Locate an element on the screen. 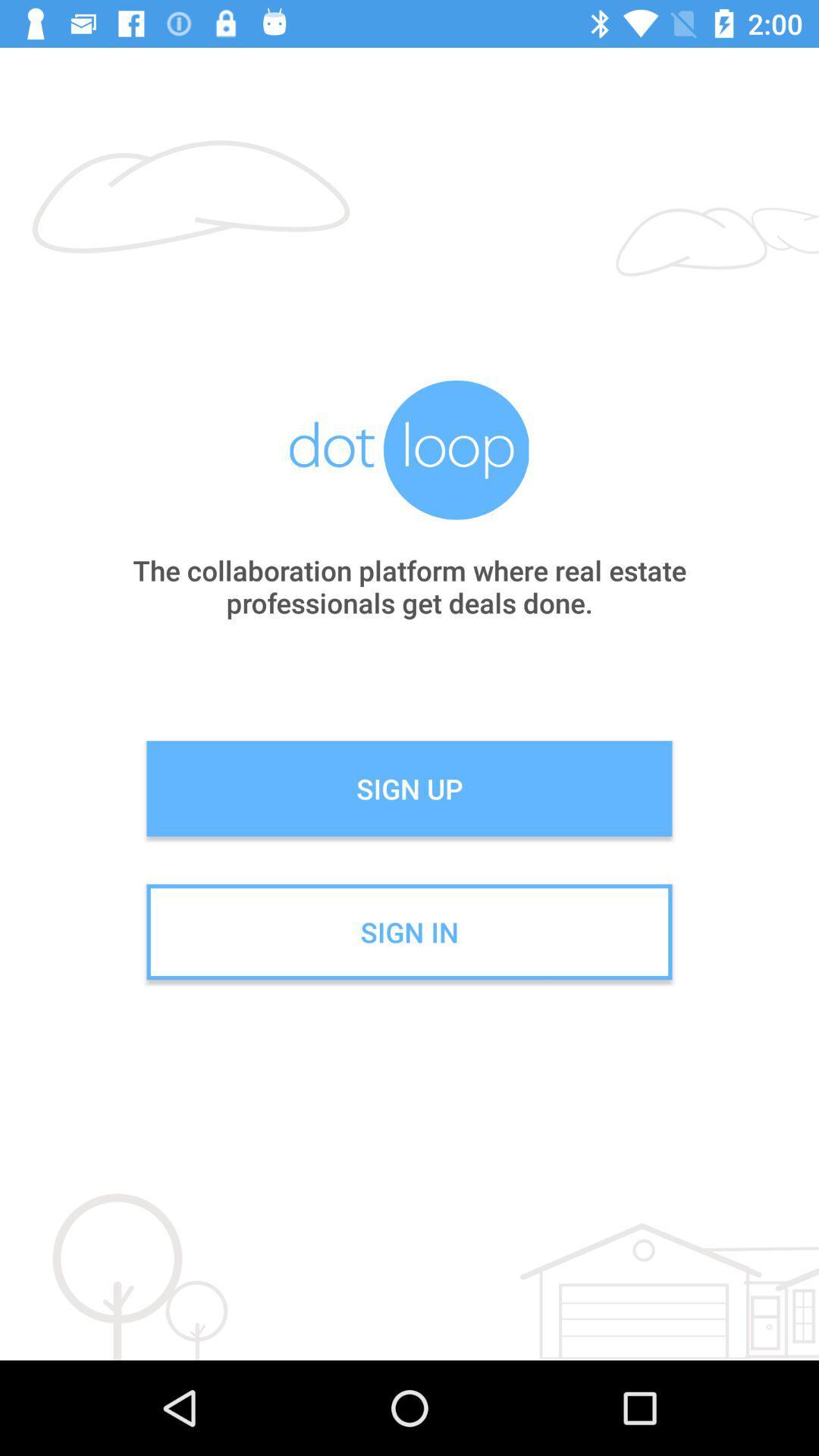 This screenshot has height=1456, width=819. sign in icon is located at coordinates (409, 931).